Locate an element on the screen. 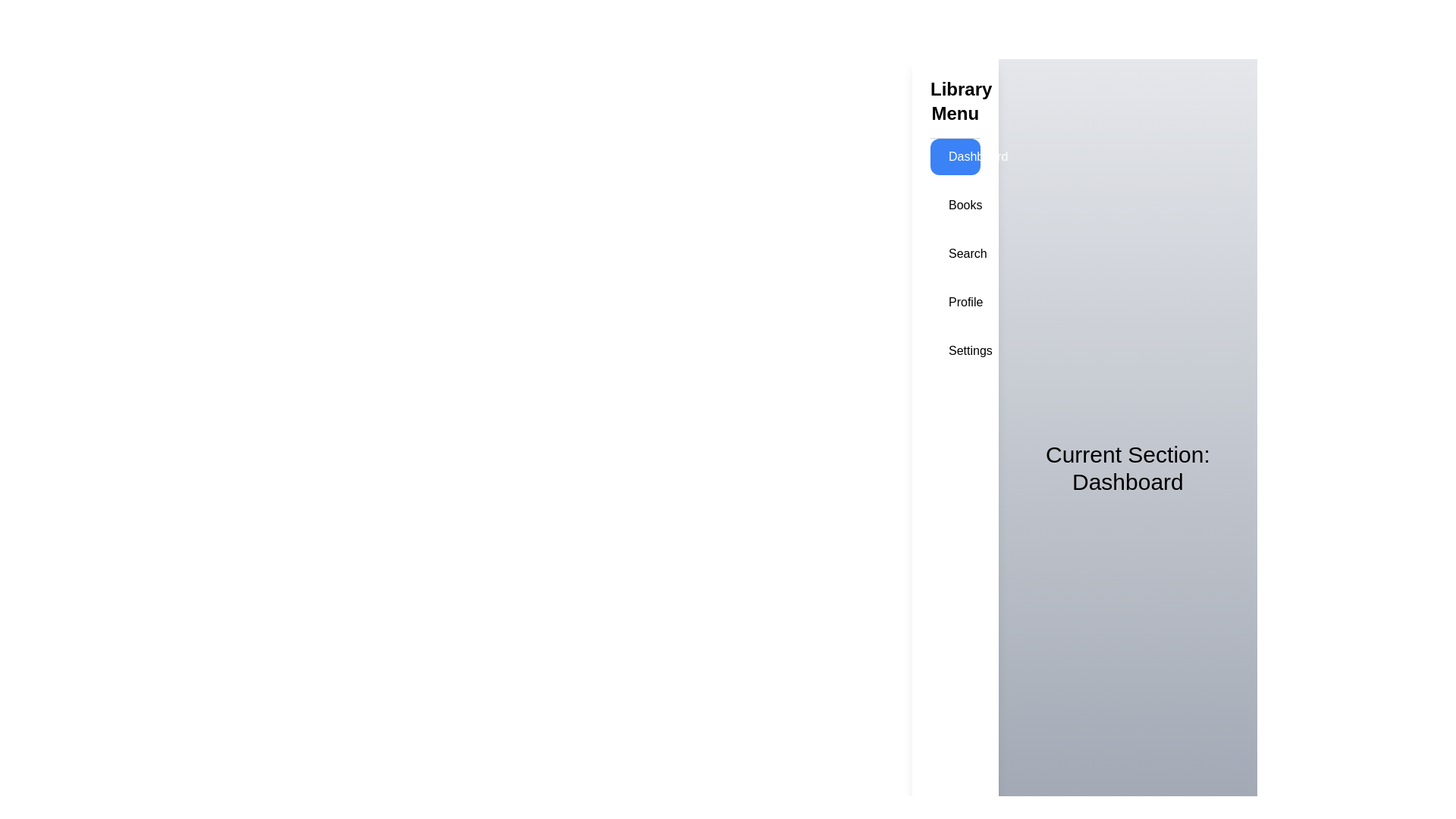 Image resolution: width=1456 pixels, height=819 pixels. the menu item corresponding to Books to navigate to that section is located at coordinates (954, 205).